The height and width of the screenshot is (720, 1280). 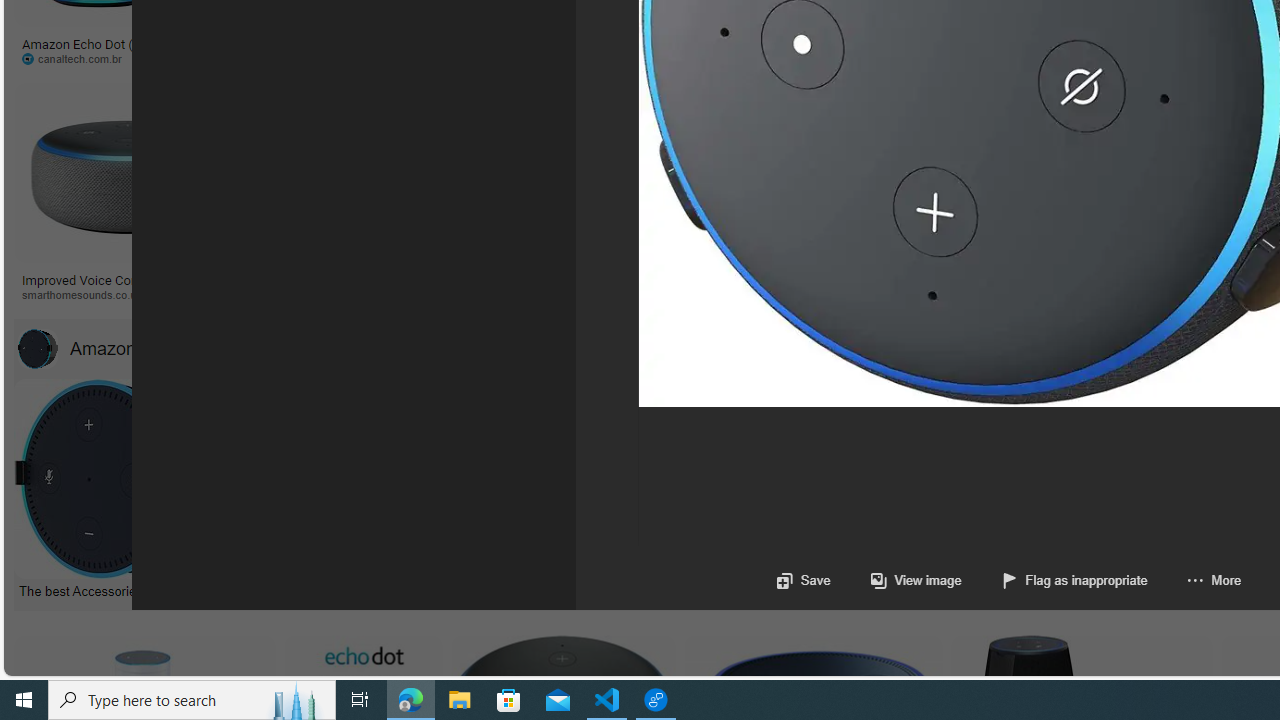 I want to click on 'Save', so click(x=803, y=580).